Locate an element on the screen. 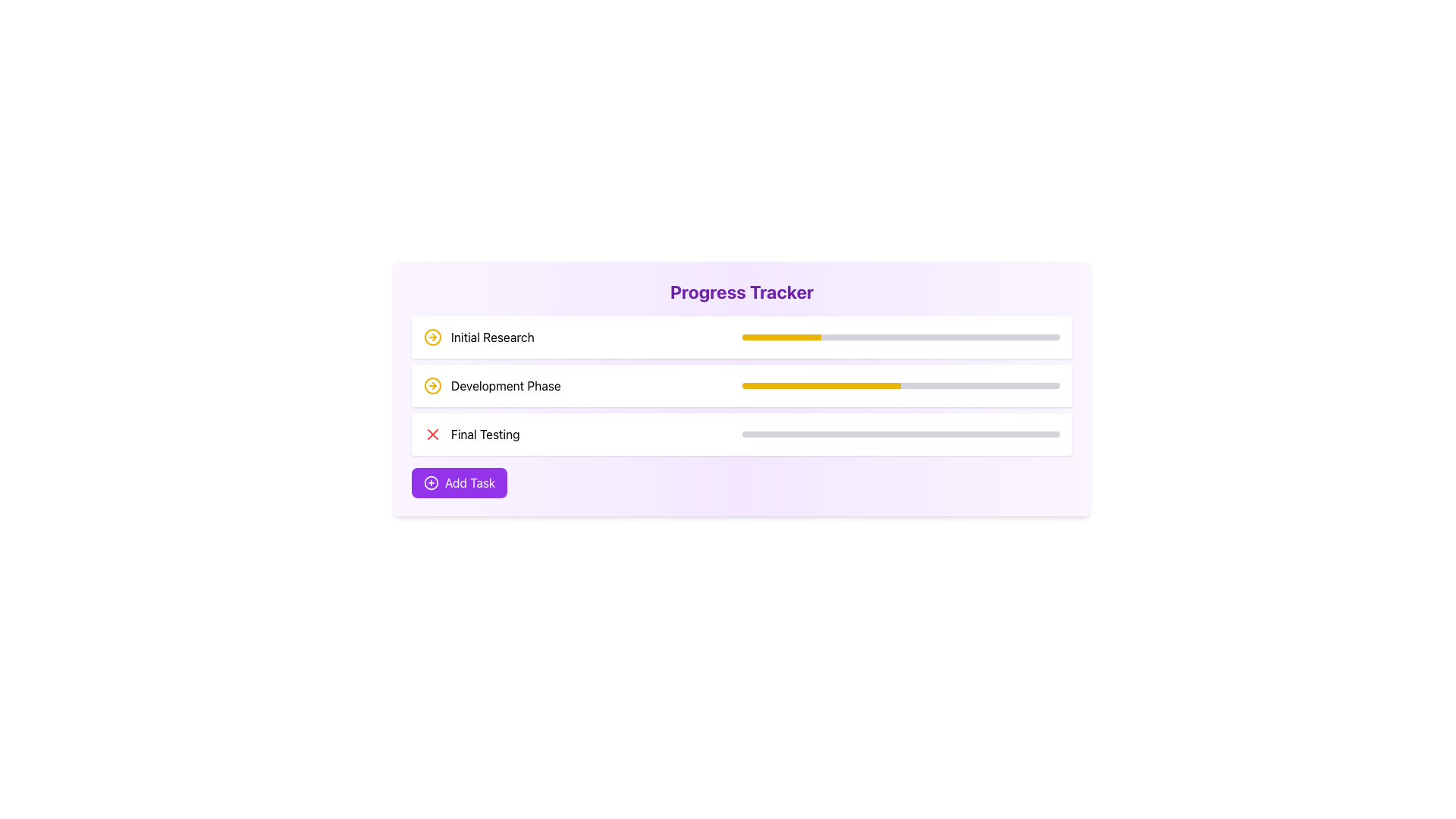 This screenshot has height=819, width=1456. the purple circular 'Add Task' button that contains a plus sign, located at the bottom-left corner of the task progression interface is located at coordinates (431, 482).